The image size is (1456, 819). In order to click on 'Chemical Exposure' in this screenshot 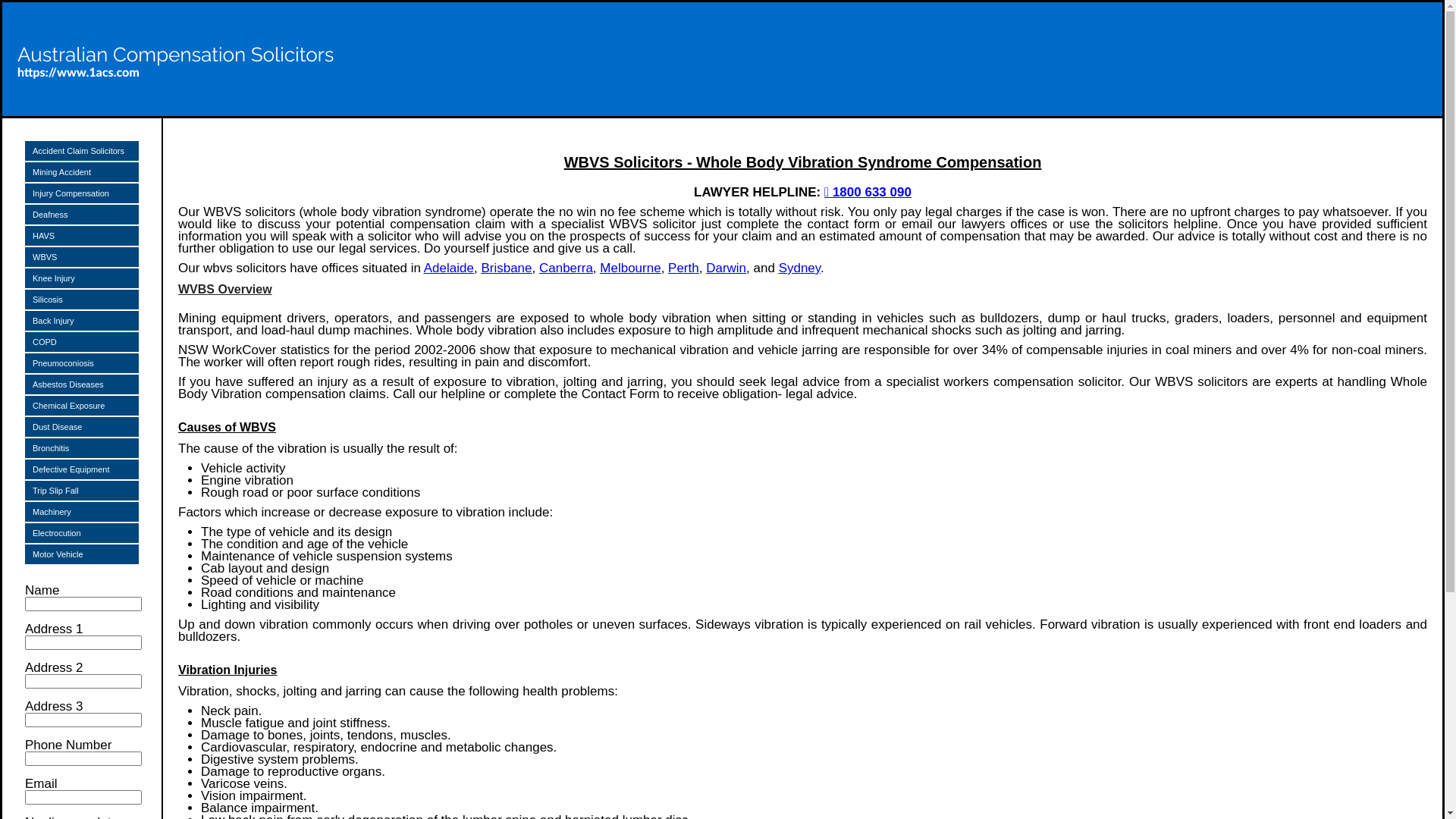, I will do `click(80, 405)`.